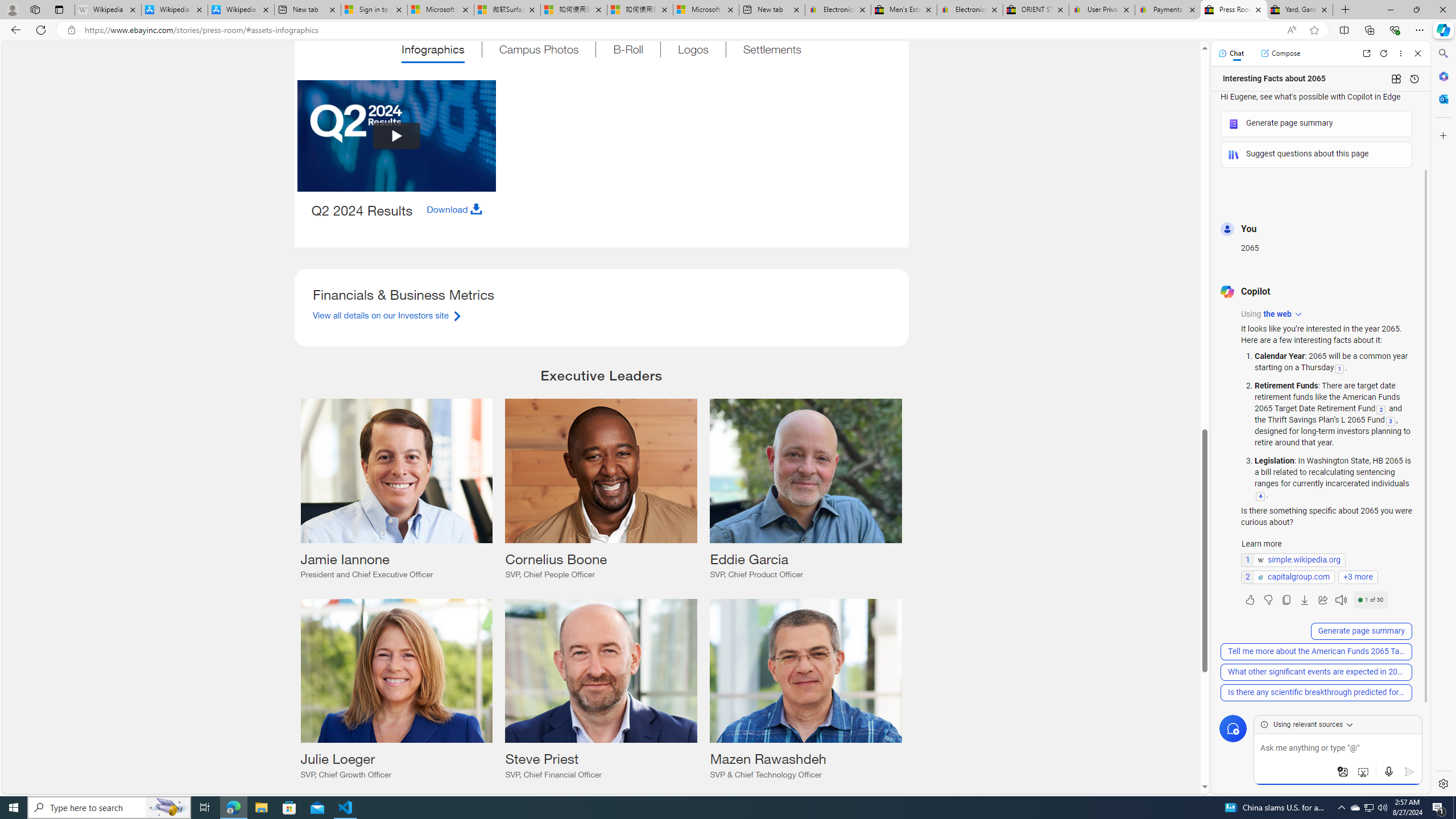 Image resolution: width=1456 pixels, height=819 pixels. I want to click on 'Sign in to your Microsoft account', so click(373, 9).